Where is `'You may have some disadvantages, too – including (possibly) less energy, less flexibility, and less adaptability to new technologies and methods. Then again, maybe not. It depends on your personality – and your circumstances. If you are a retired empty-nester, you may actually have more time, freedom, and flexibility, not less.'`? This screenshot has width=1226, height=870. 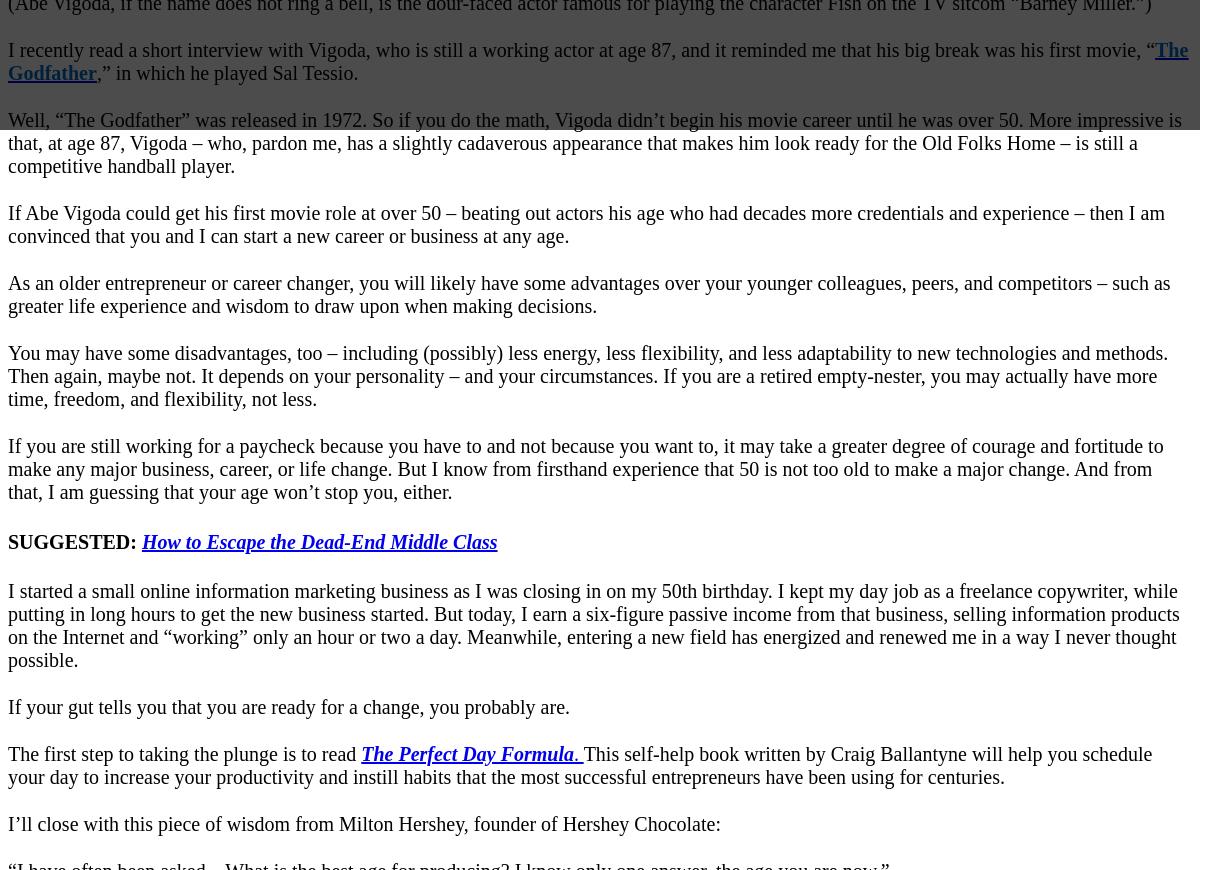
'You may have some disadvantages, too – including (possibly) less energy, less flexibility, and less adaptability to new technologies and methods. Then again, maybe not. It depends on your personality – and your circumstances. If you are a retired empty-nester, you may actually have more time, freedom, and flexibility, not less.' is located at coordinates (586, 376).